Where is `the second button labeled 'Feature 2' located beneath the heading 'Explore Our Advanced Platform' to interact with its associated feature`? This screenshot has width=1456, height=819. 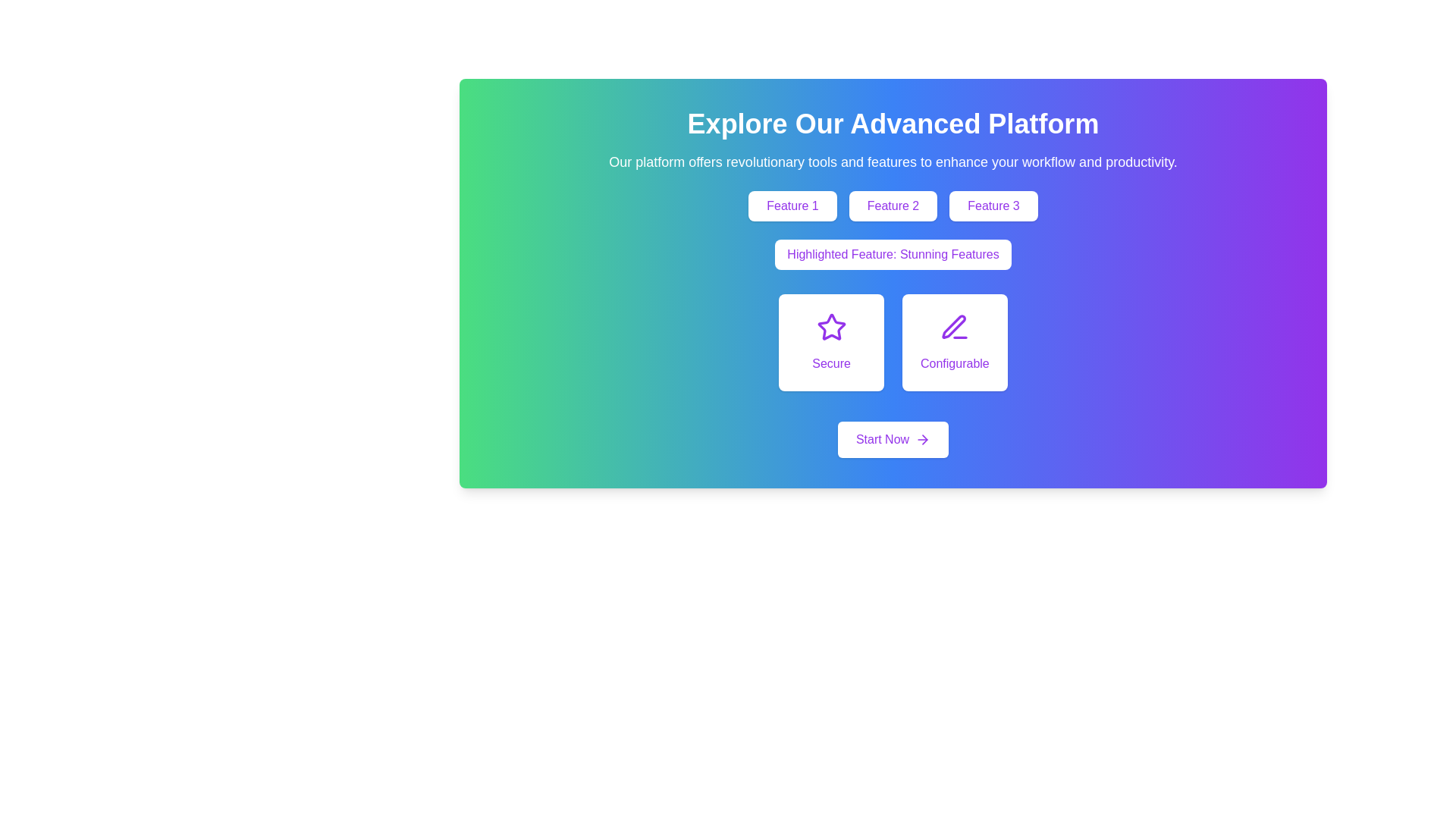
the second button labeled 'Feature 2' located beneath the heading 'Explore Our Advanced Platform' to interact with its associated feature is located at coordinates (893, 206).